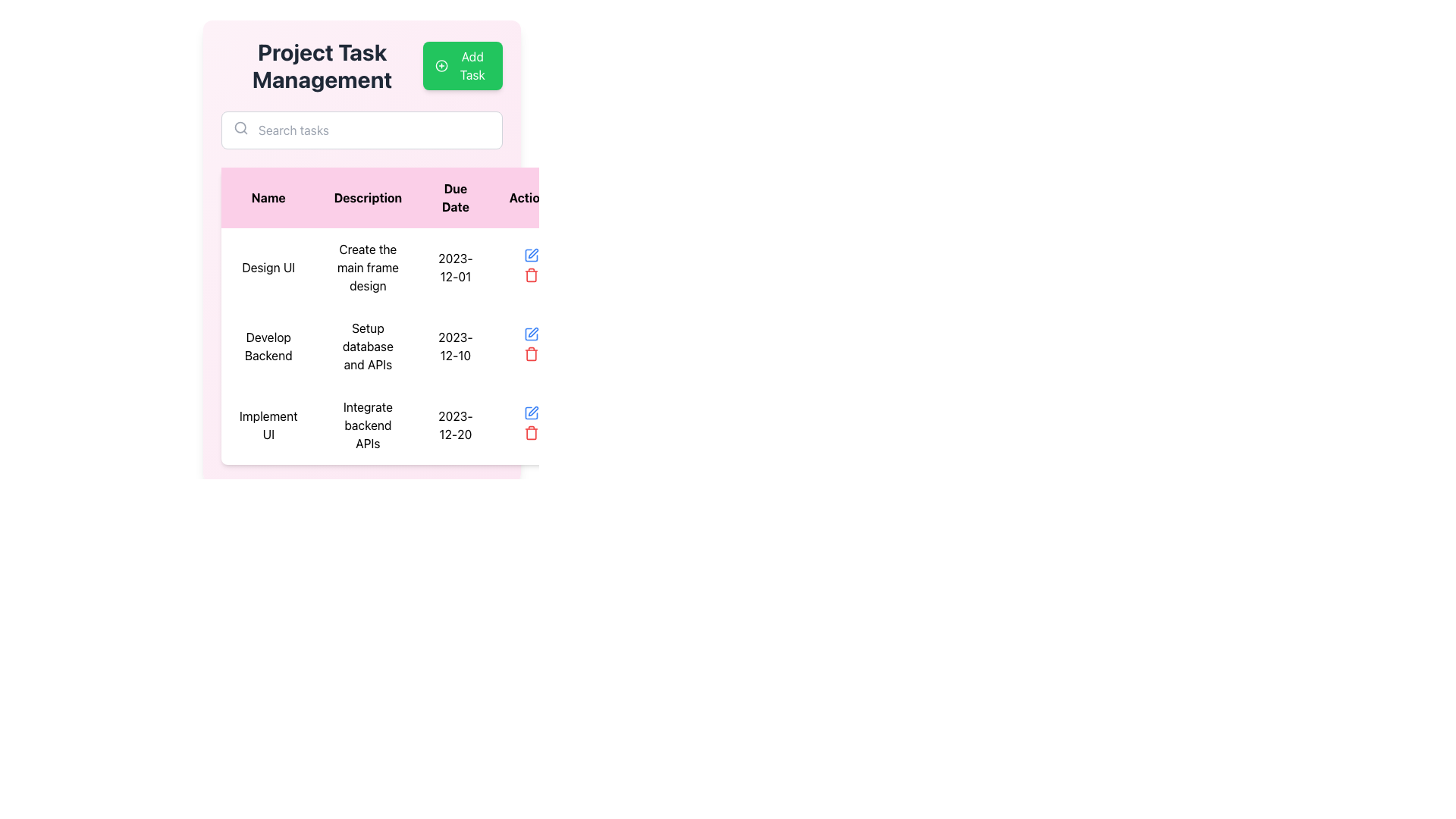 Image resolution: width=1456 pixels, height=819 pixels. I want to click on the text label that says 'Create the main frame design', which is located in the second column, second row of the table under the header 'Description', so click(368, 267).